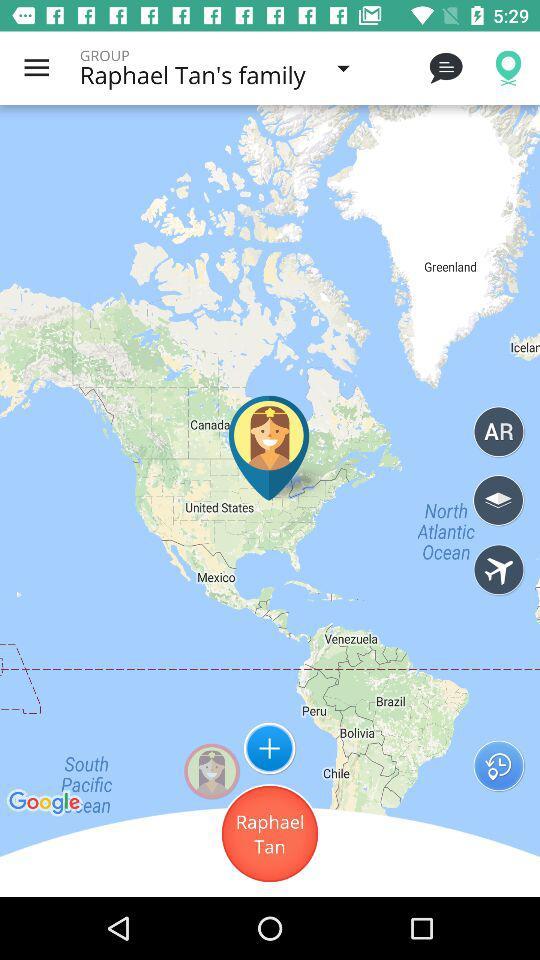 The image size is (540, 960). What do you see at coordinates (498, 570) in the screenshot?
I see `the flight icon` at bounding box center [498, 570].